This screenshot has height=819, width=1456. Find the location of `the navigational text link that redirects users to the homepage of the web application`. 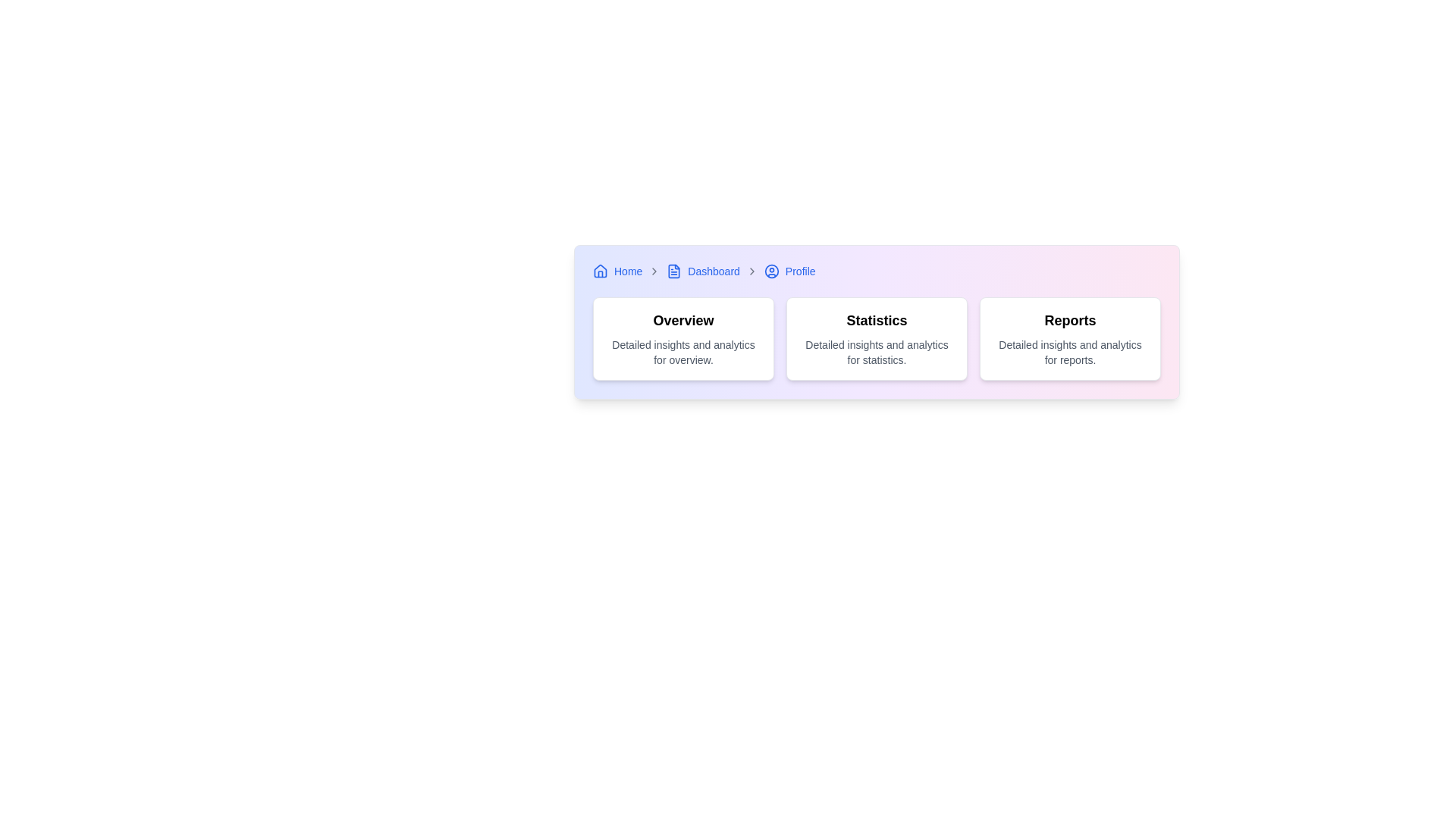

the navigational text link that redirects users to the homepage of the web application is located at coordinates (628, 271).